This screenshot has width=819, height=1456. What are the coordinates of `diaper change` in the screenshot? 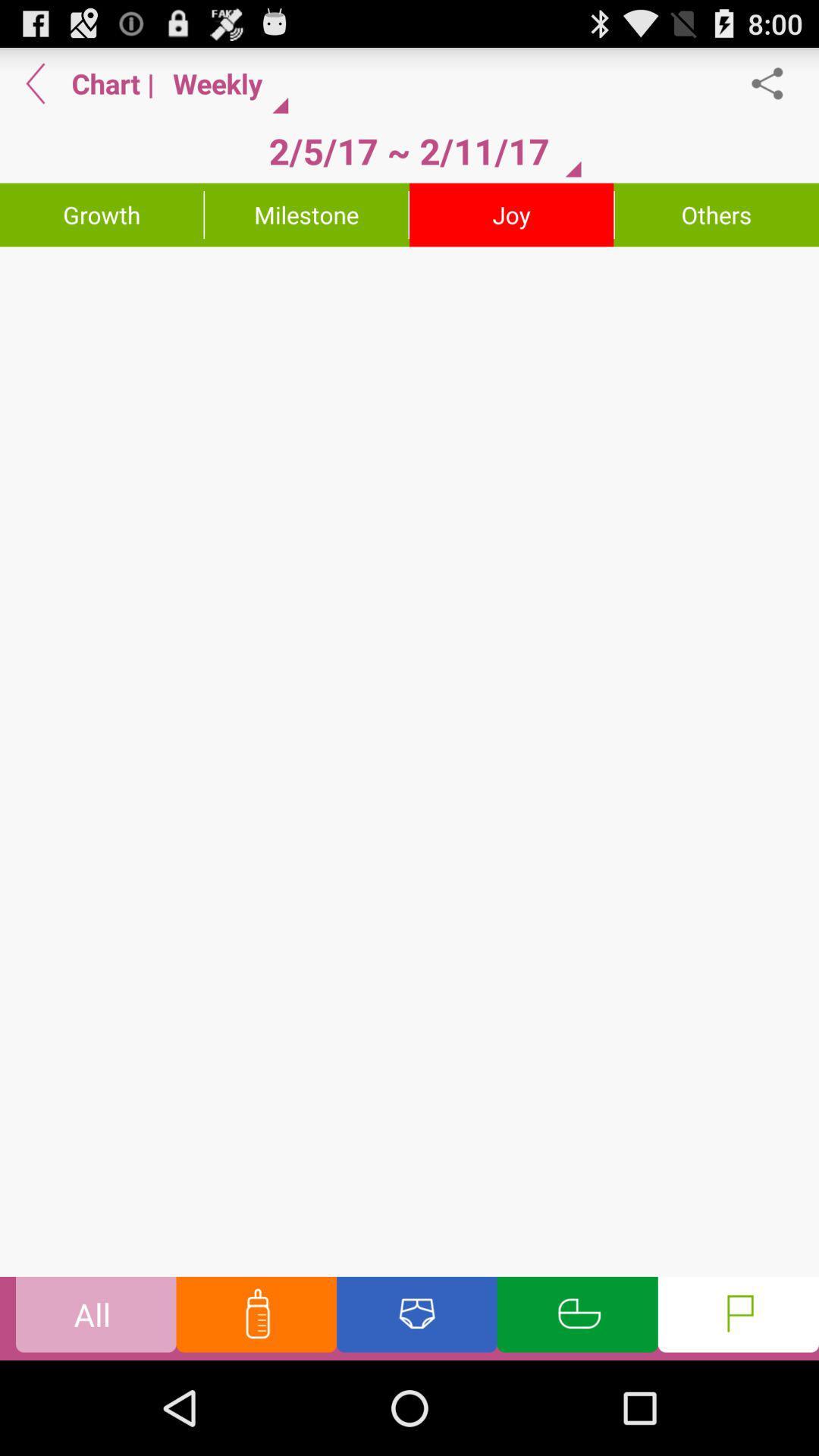 It's located at (416, 1317).